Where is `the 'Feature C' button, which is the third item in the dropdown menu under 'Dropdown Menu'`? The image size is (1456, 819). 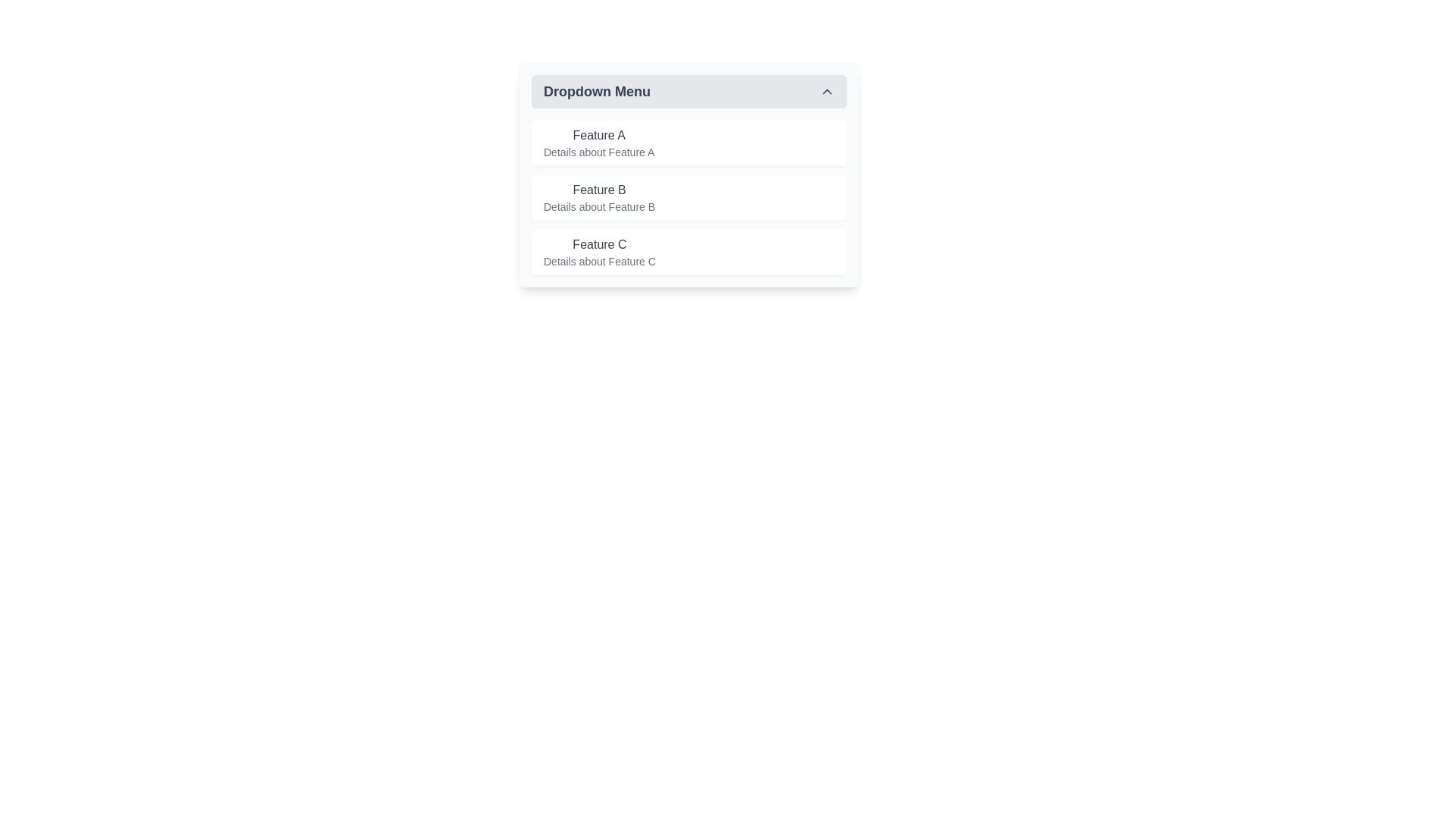
the 'Feature C' button, which is the third item in the dropdown menu under 'Dropdown Menu' is located at coordinates (598, 251).